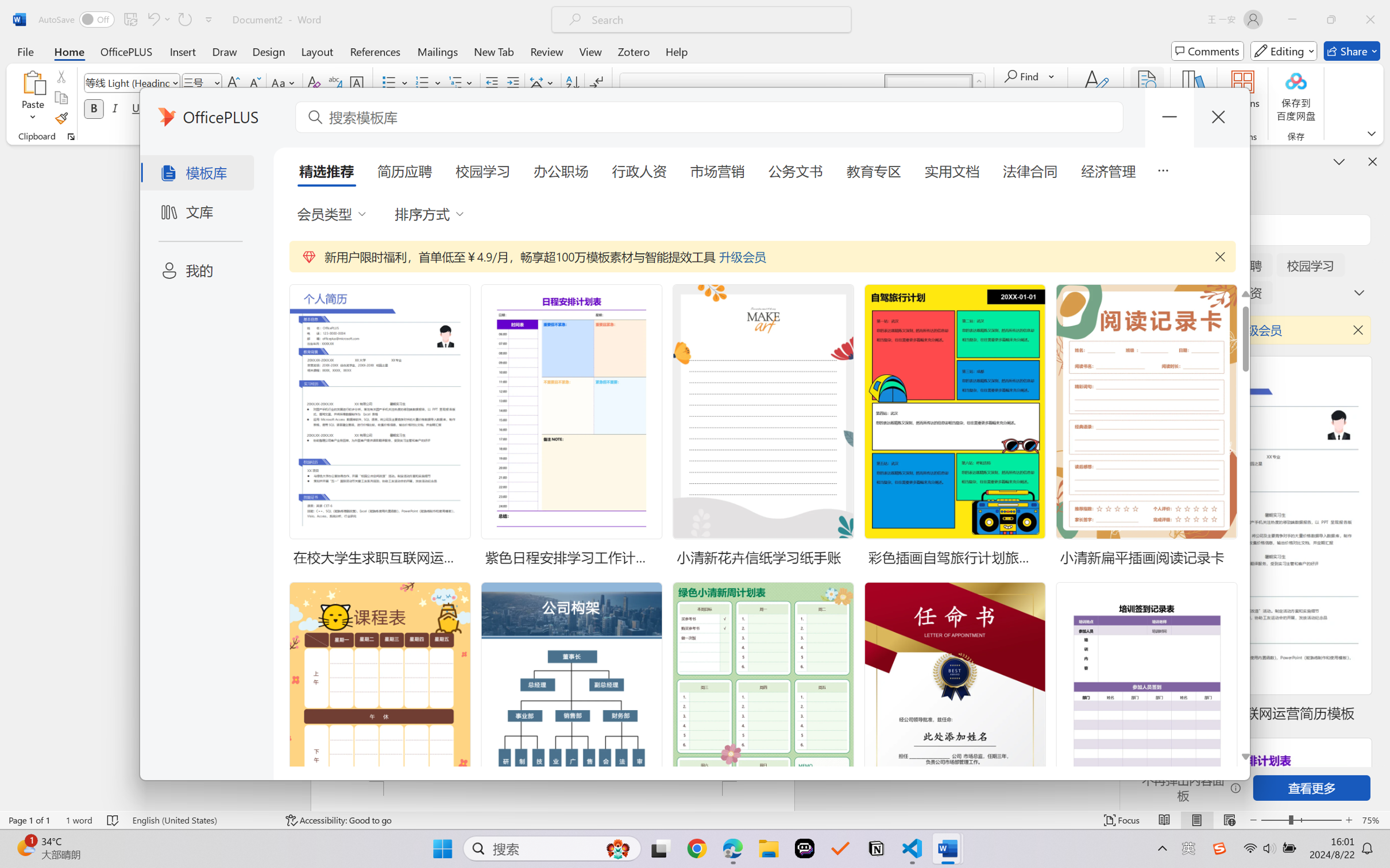 The height and width of the screenshot is (868, 1390). I want to click on 'References', so click(375, 51).